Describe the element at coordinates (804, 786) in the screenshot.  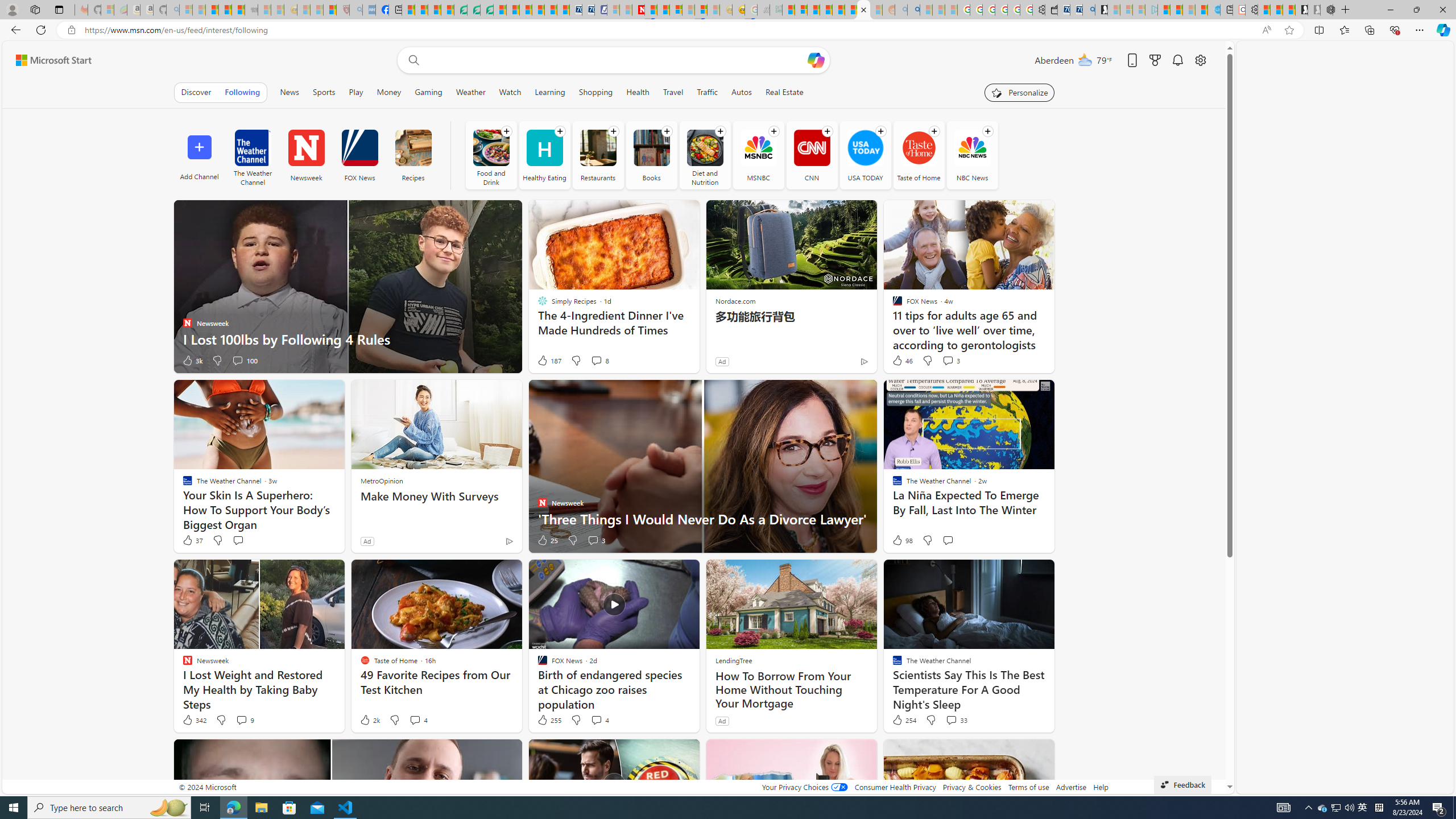
I see `'Your Privacy Choices'` at that location.